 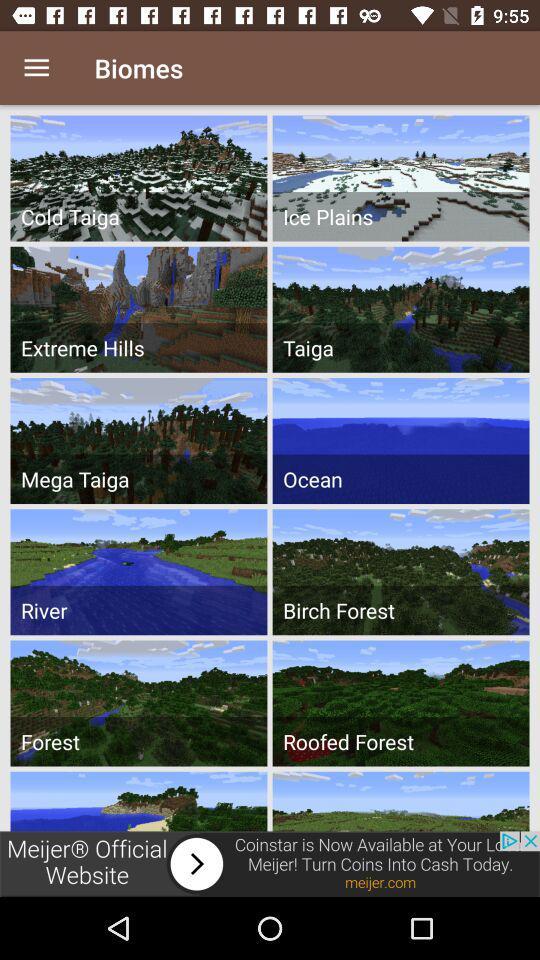 What do you see at coordinates (270, 863) in the screenshot?
I see `visit advertised website` at bounding box center [270, 863].